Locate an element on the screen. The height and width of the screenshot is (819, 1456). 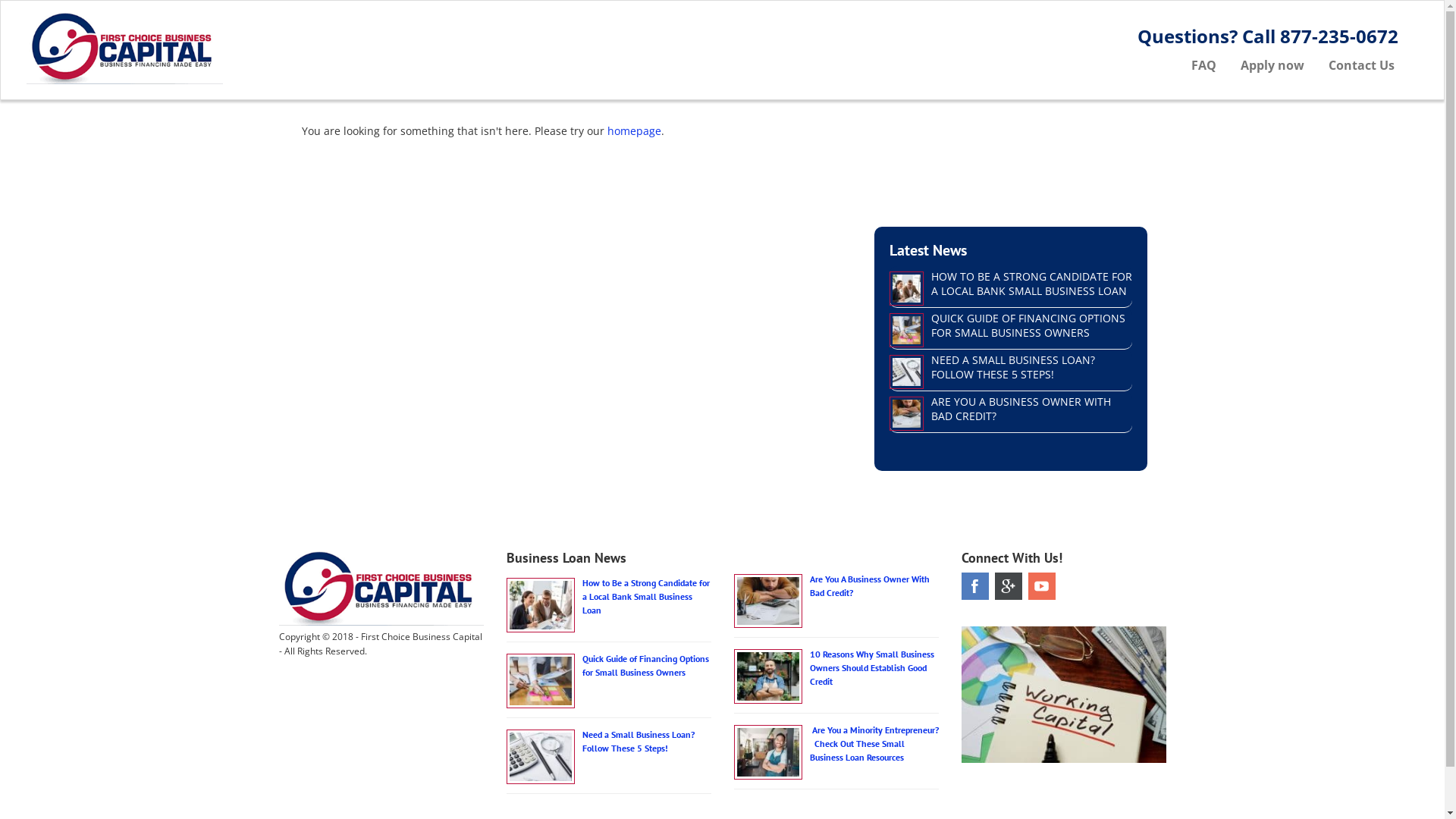
'homepage' is located at coordinates (633, 130).